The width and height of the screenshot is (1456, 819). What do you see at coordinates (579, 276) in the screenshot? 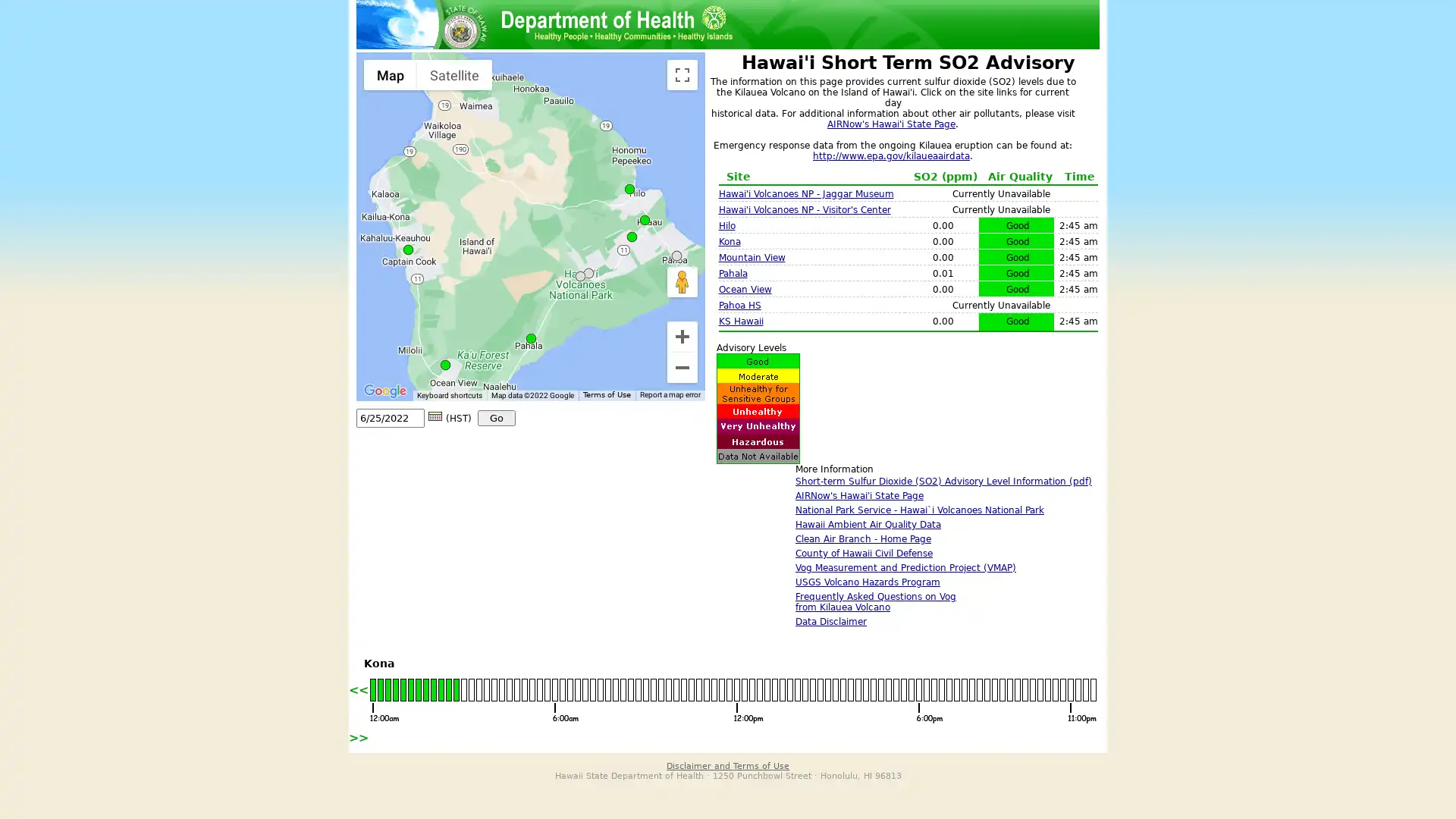
I see `Hawaii Volcanoes NP - Observatory: No Data` at bounding box center [579, 276].